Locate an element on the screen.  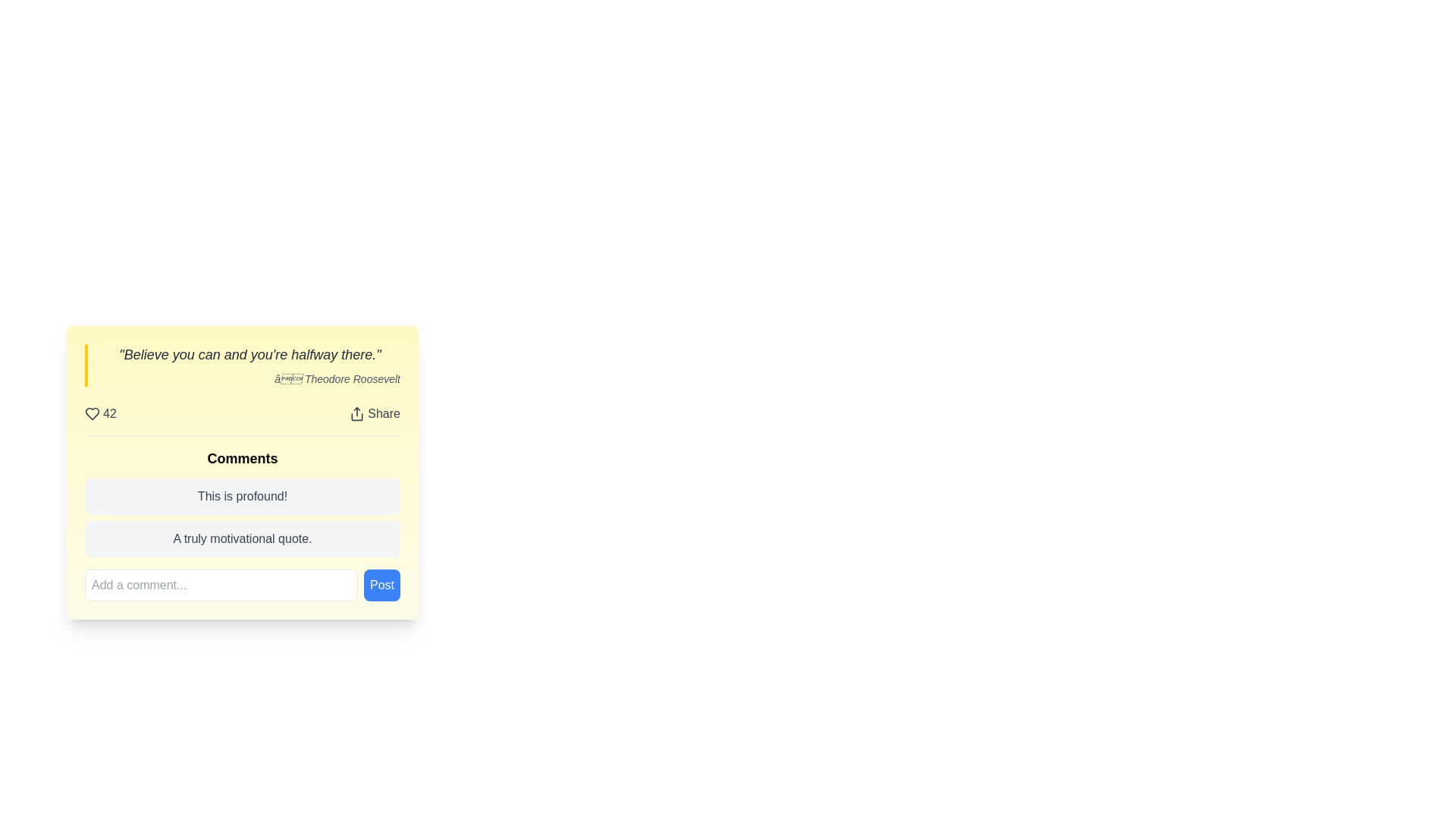
the share icon located in the top-right of the card layout to initiate sharing is located at coordinates (356, 414).